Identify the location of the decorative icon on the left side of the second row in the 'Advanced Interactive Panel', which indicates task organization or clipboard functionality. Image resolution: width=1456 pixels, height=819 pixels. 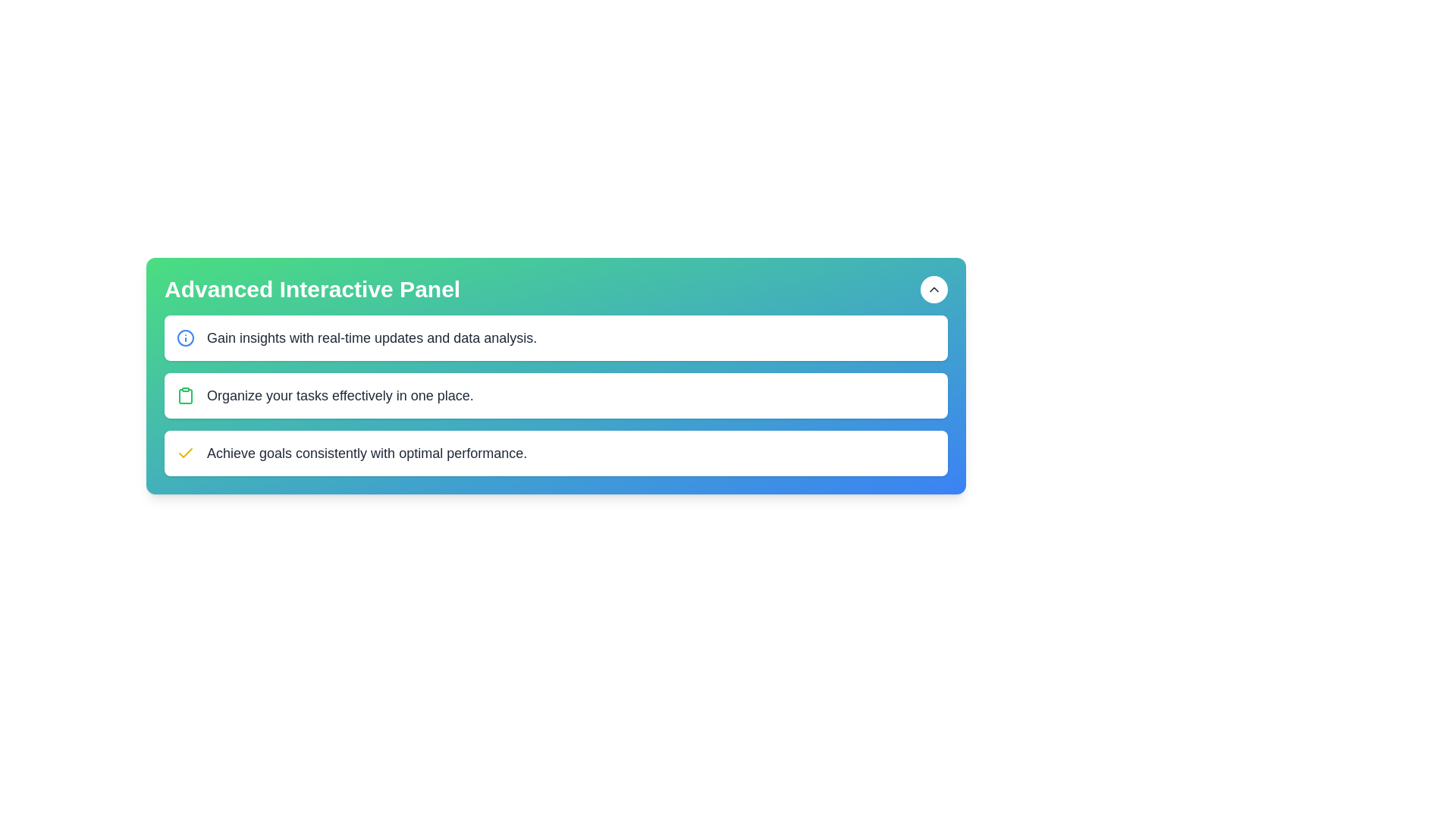
(184, 394).